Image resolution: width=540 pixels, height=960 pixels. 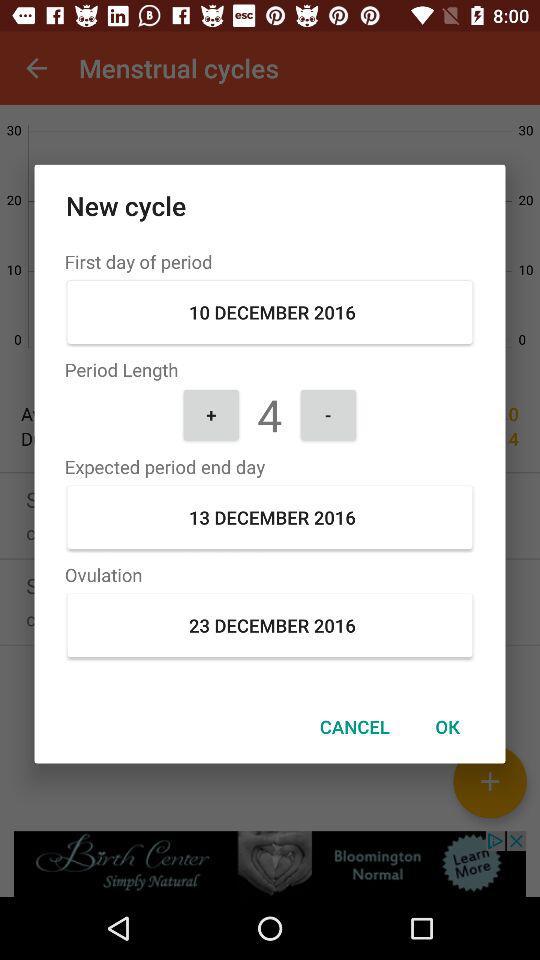 I want to click on the icon to the left of 4 icon, so click(x=210, y=413).